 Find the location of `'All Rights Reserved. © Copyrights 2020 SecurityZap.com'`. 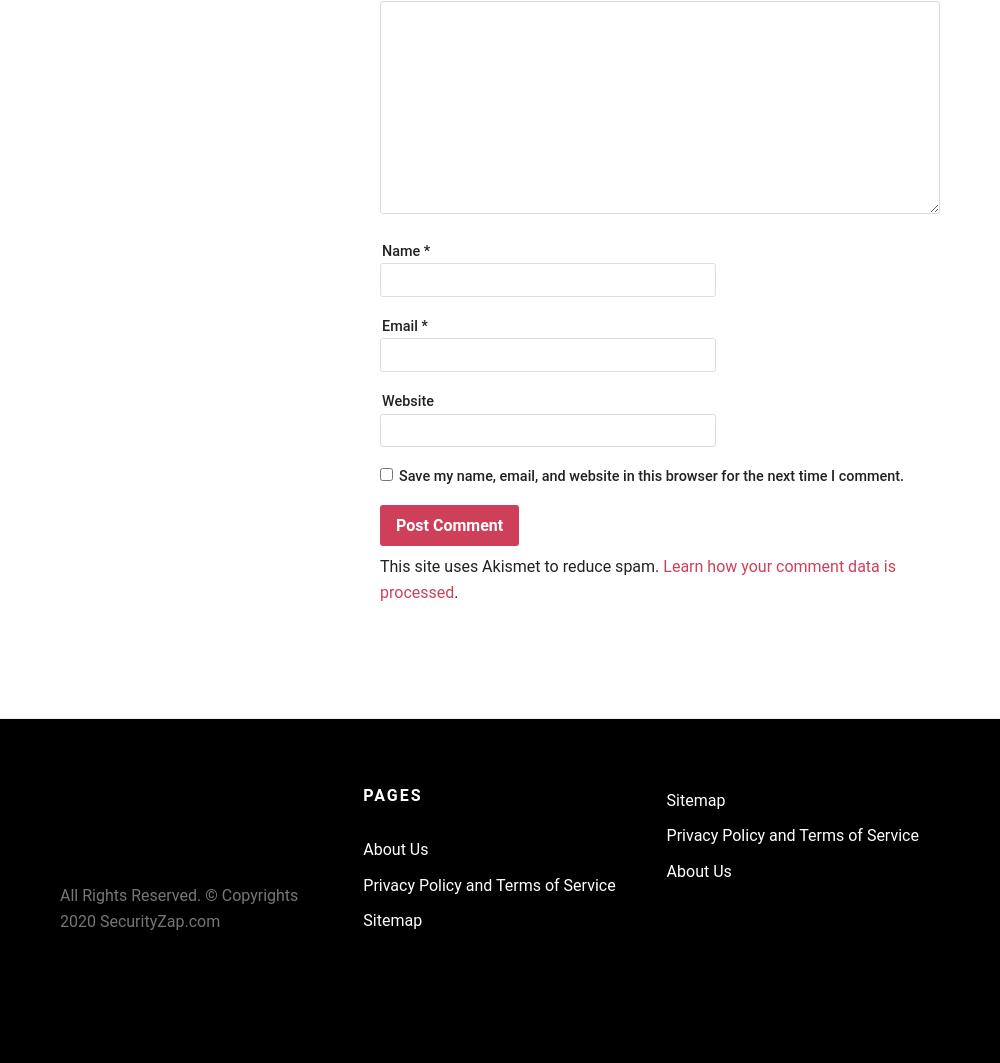

'All Rights Reserved. © Copyrights 2020 SecurityZap.com' is located at coordinates (60, 907).